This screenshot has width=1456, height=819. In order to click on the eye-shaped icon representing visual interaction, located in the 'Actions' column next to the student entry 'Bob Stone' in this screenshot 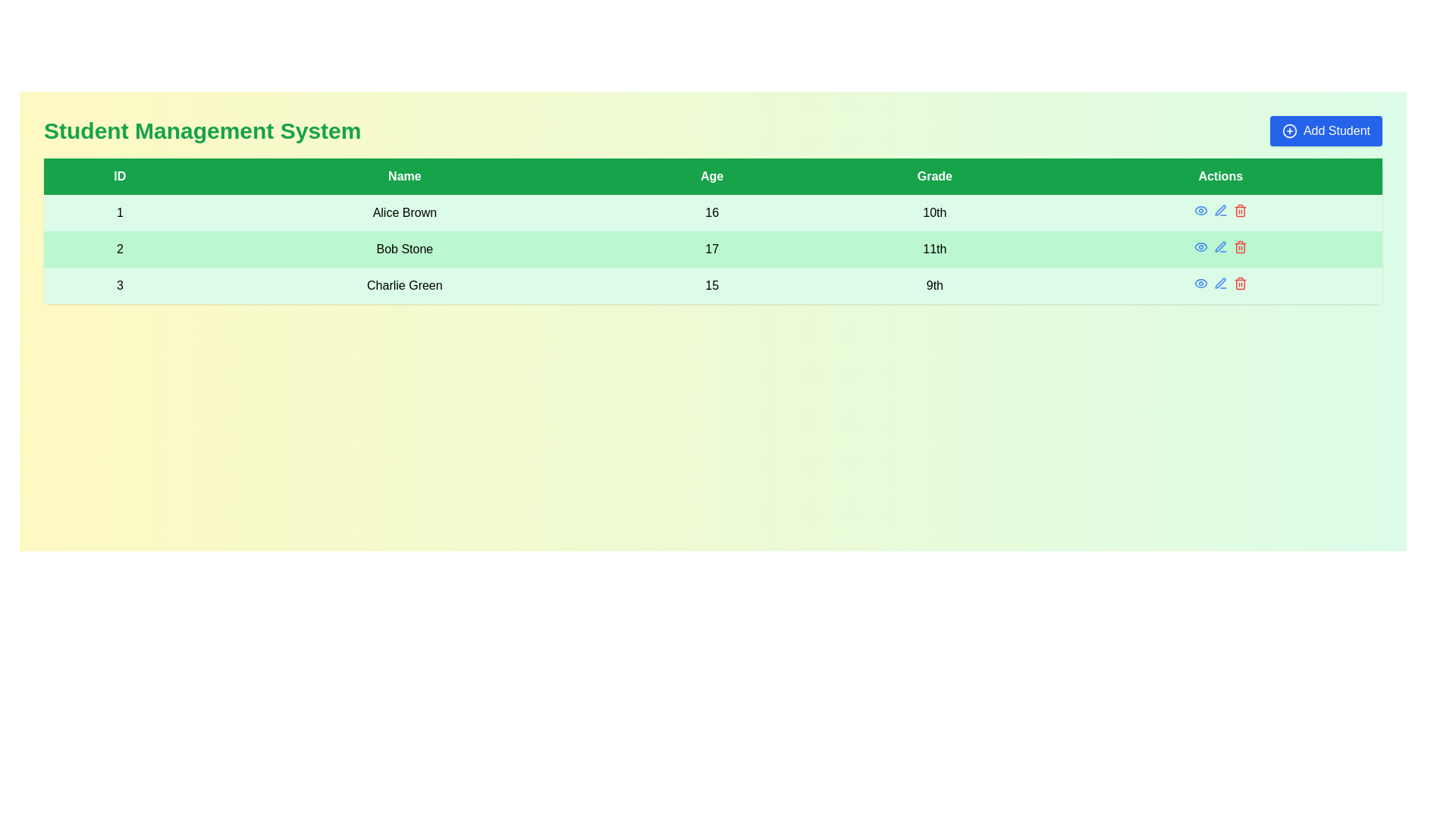, I will do `click(1200, 246)`.